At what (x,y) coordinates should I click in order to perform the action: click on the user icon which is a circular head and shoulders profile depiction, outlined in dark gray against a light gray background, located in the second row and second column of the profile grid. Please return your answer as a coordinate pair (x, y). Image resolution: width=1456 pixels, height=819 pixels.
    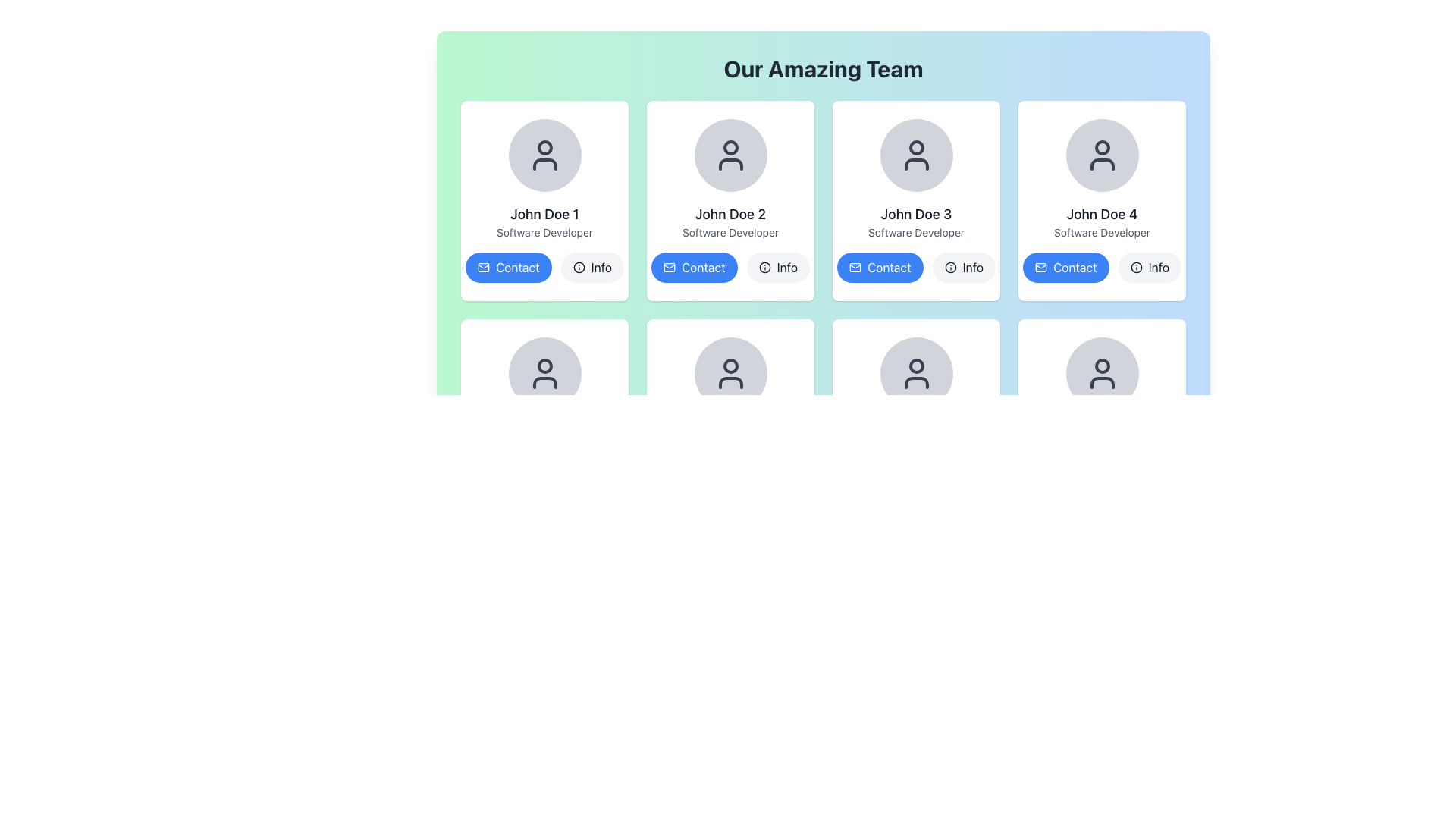
    Looking at the image, I should click on (730, 374).